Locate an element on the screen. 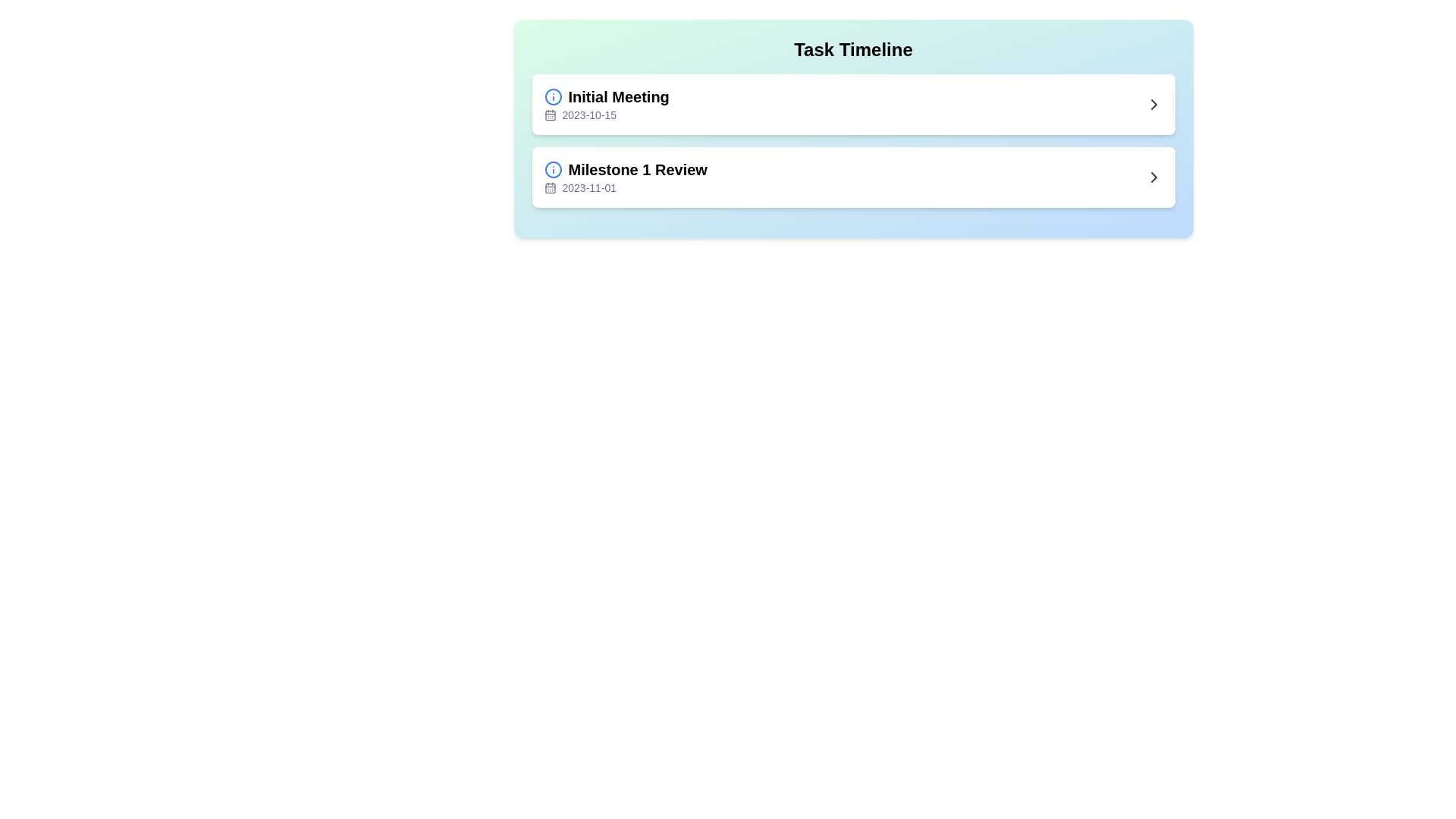 Image resolution: width=1456 pixels, height=819 pixels. the 'Initial Meeting' text label with accompanying info icon for accessibility navigation is located at coordinates (607, 96).